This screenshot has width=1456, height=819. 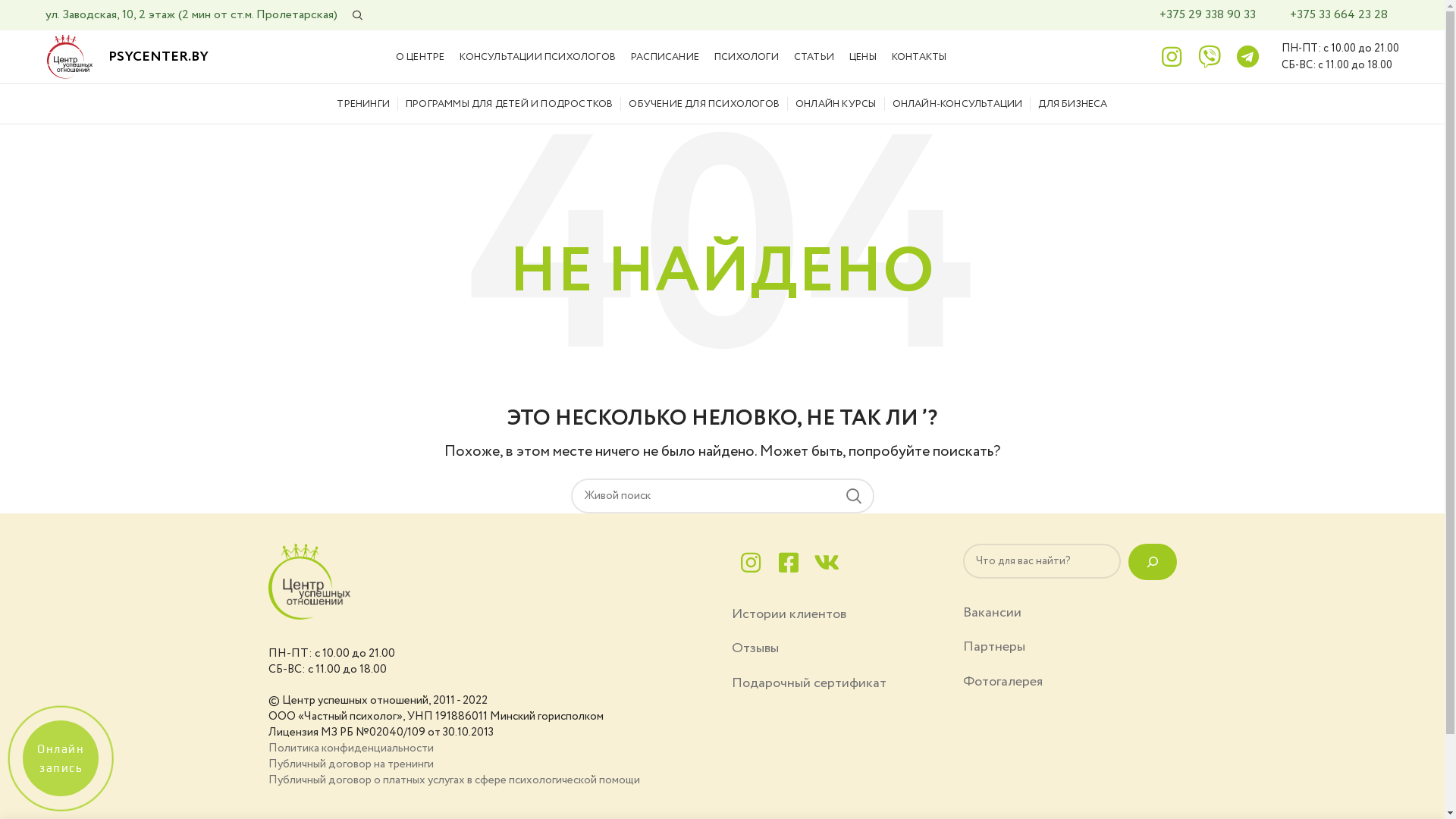 What do you see at coordinates (1247, 55) in the screenshot?
I see `'telegram'` at bounding box center [1247, 55].